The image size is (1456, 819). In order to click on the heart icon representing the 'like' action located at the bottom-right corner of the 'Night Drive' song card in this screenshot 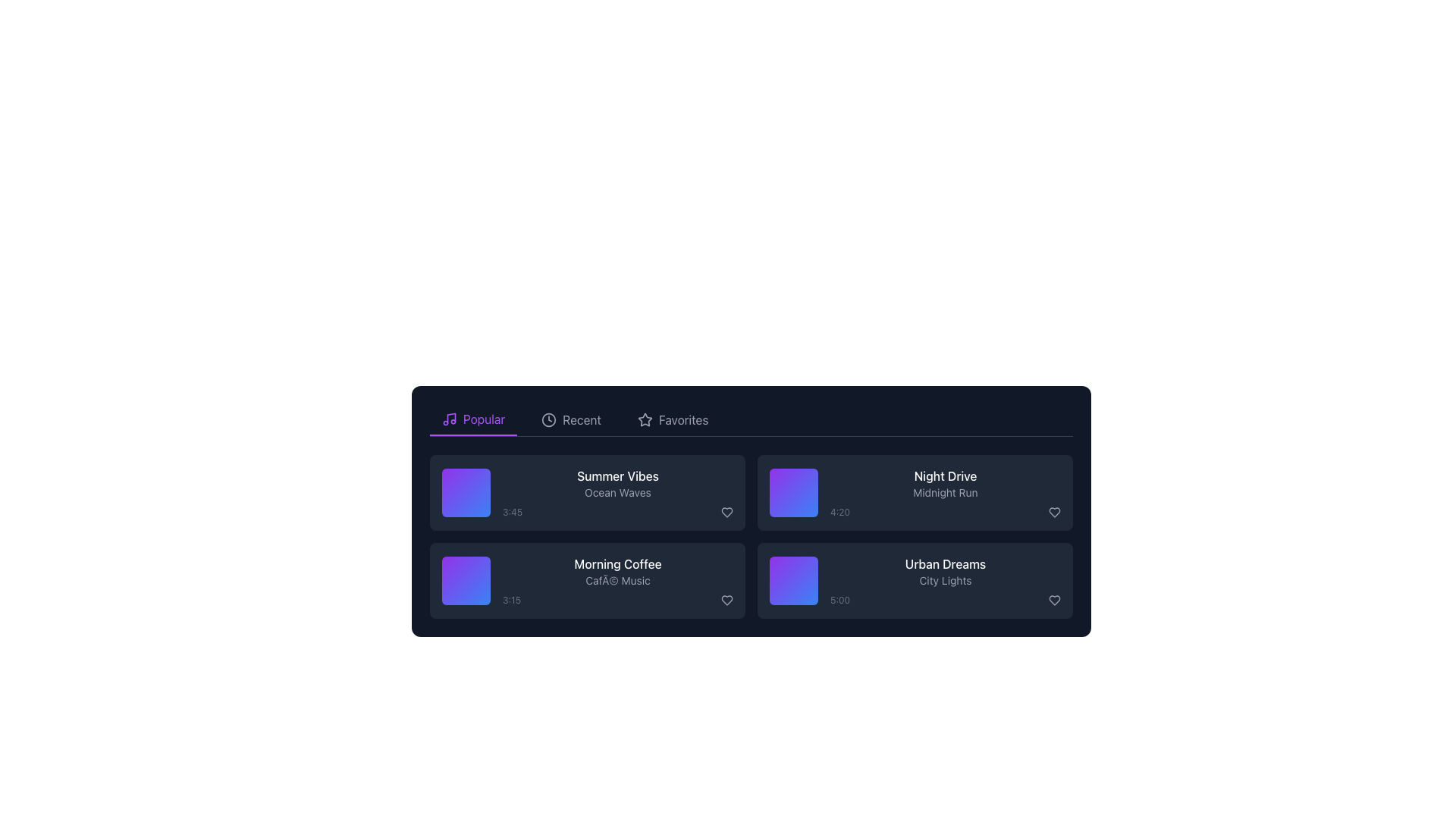, I will do `click(1054, 512)`.